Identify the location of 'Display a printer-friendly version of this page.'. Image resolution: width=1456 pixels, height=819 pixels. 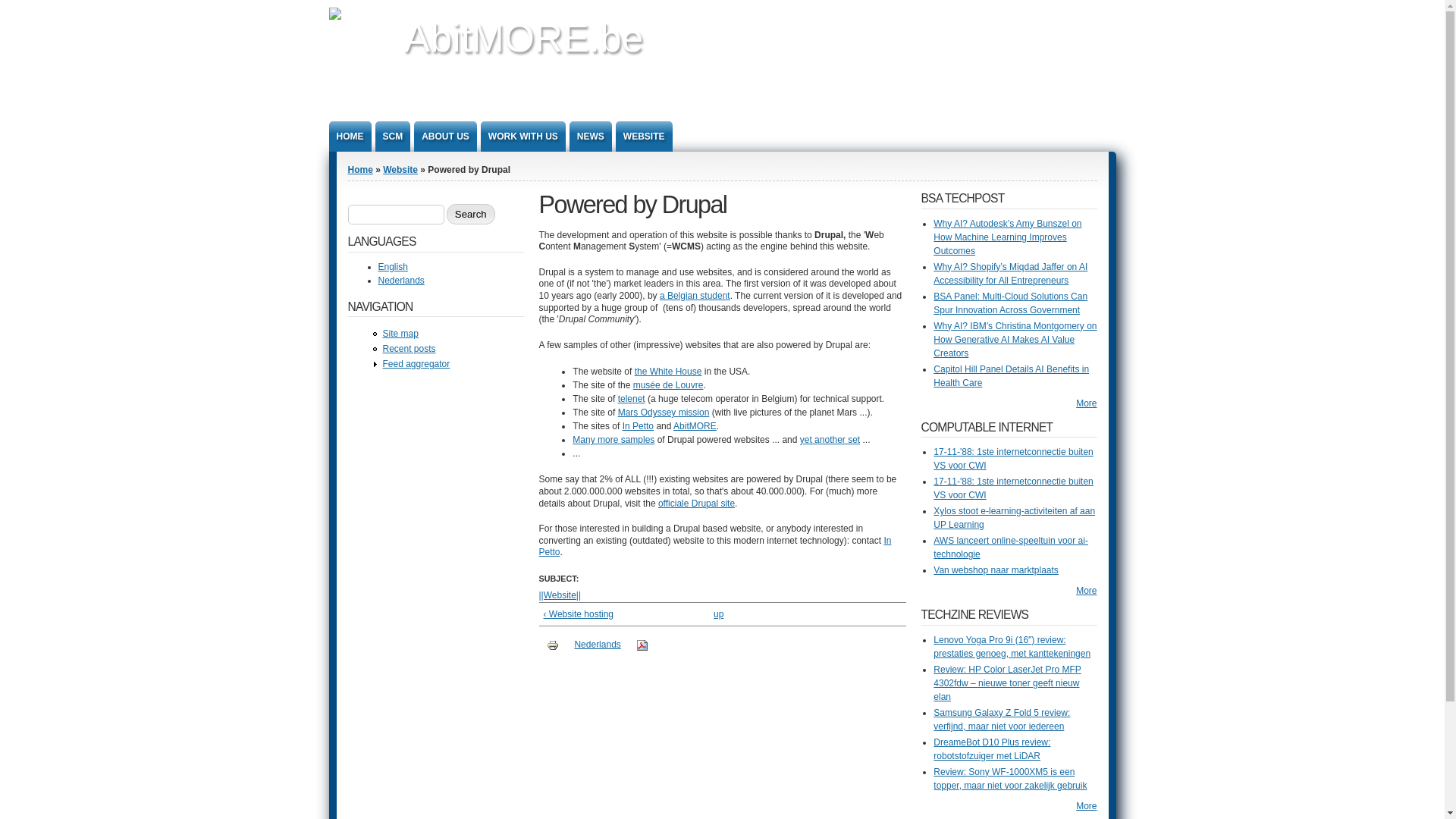
(552, 644).